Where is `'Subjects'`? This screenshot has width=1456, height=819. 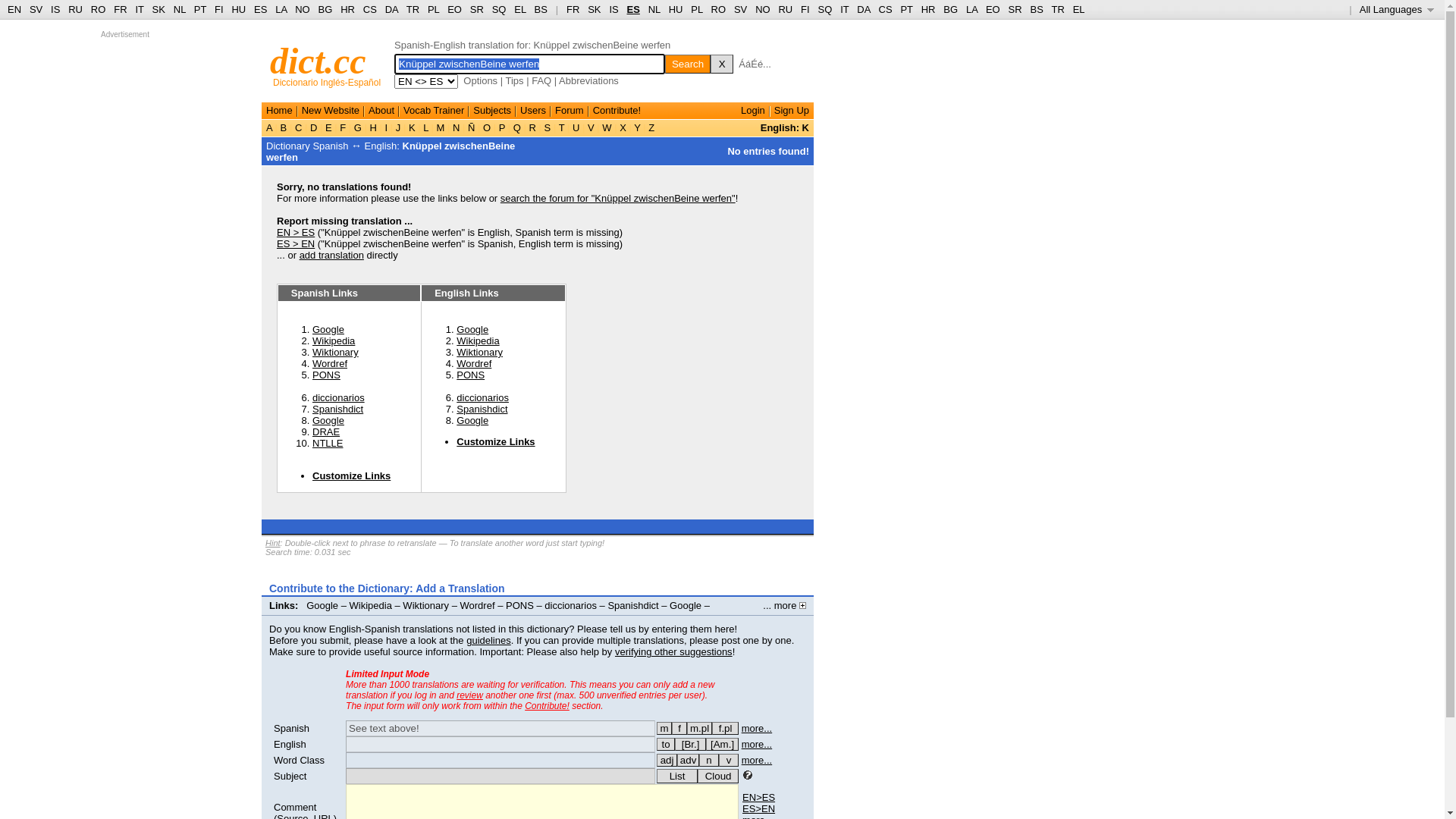 'Subjects' is located at coordinates (491, 109).